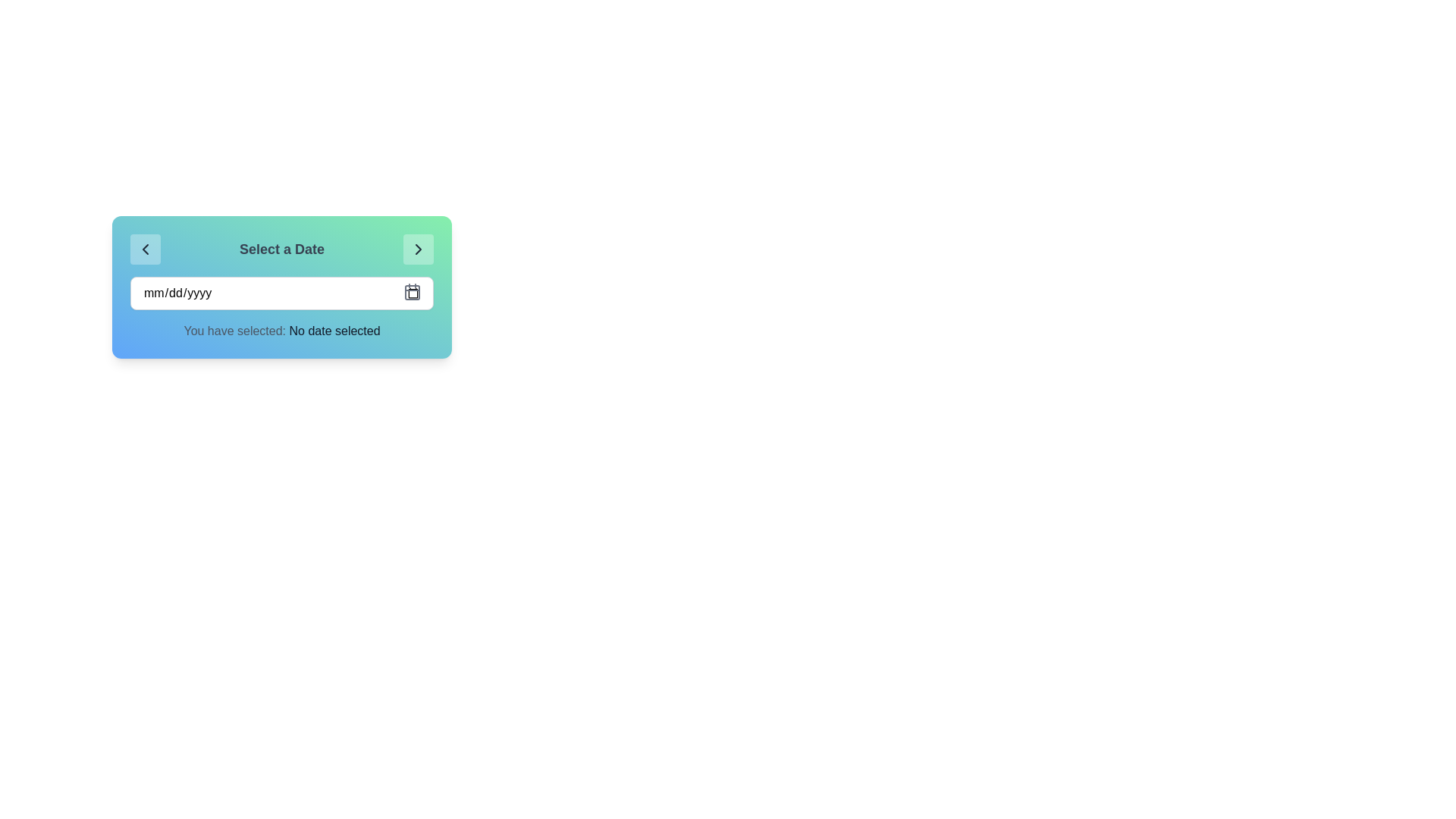 The width and height of the screenshot is (1456, 819). What do you see at coordinates (419, 248) in the screenshot?
I see `the navigation button with a chevron icon located at the top-right corner of the date picker interface` at bounding box center [419, 248].